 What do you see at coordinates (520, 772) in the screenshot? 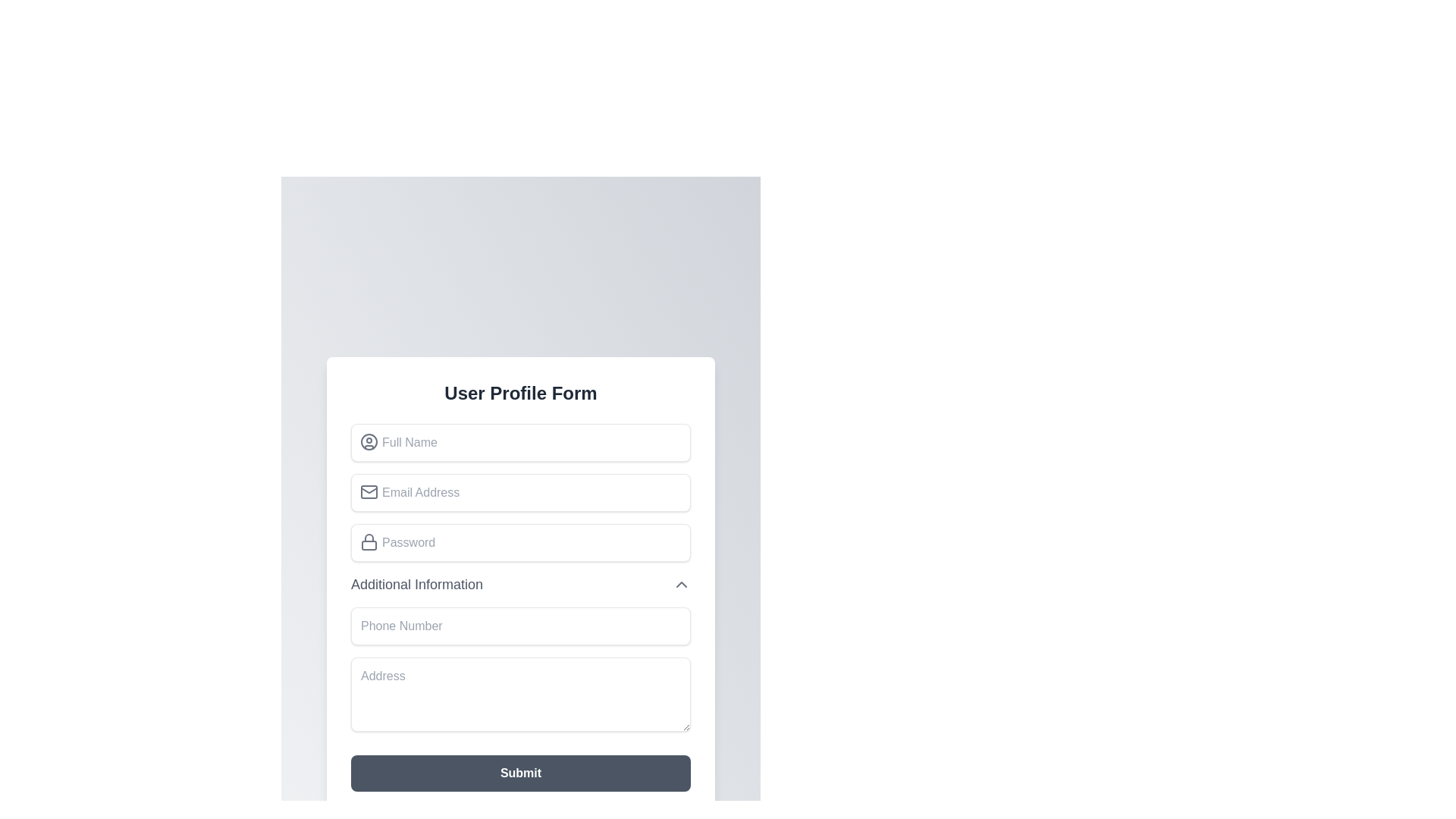
I see `the submit button located at the bottom of the form layout, which triggers the form submission event` at bounding box center [520, 772].